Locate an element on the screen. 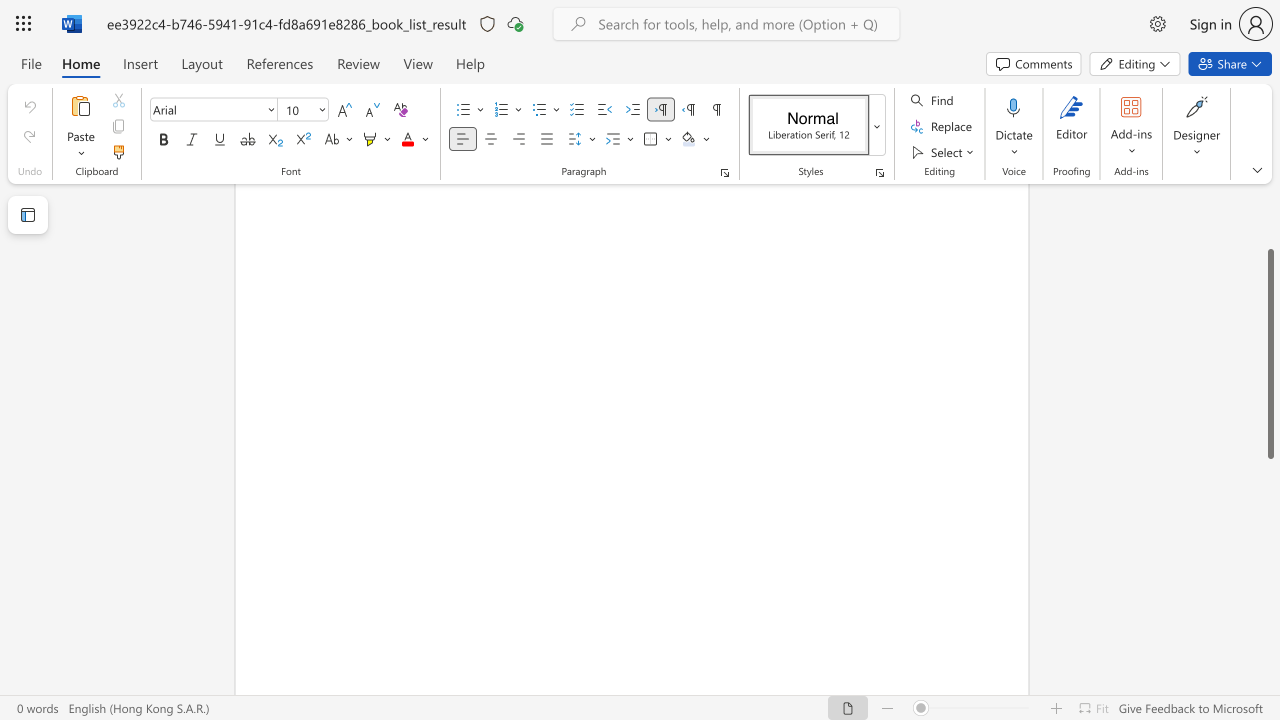  the vertical scrollbar to lower the page content is located at coordinates (1269, 580).